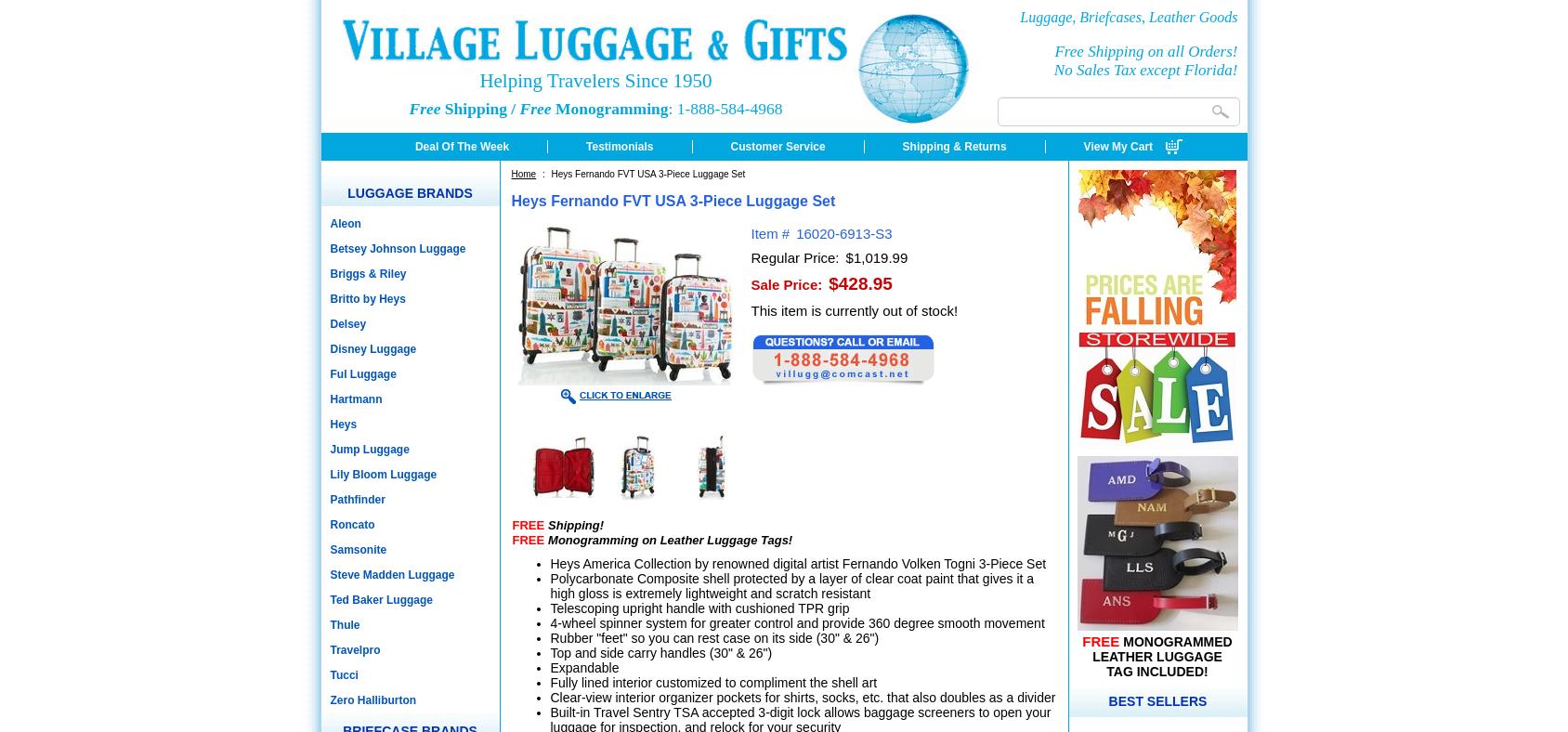 This screenshot has height=732, width=1568. I want to click on '16020-6913-S3', so click(843, 232).